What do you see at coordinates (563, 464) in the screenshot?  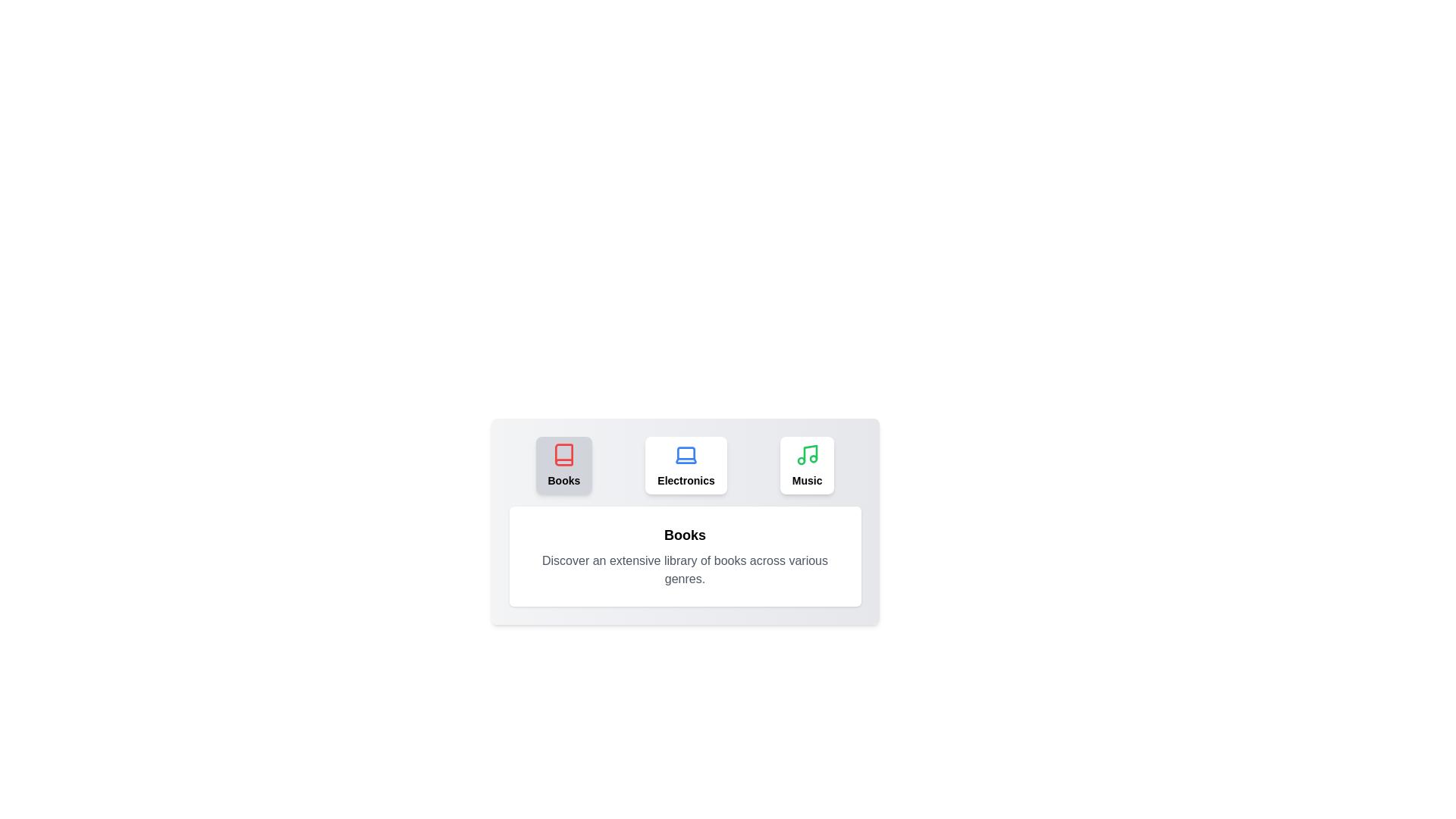 I see `the tab labeled Books` at bounding box center [563, 464].